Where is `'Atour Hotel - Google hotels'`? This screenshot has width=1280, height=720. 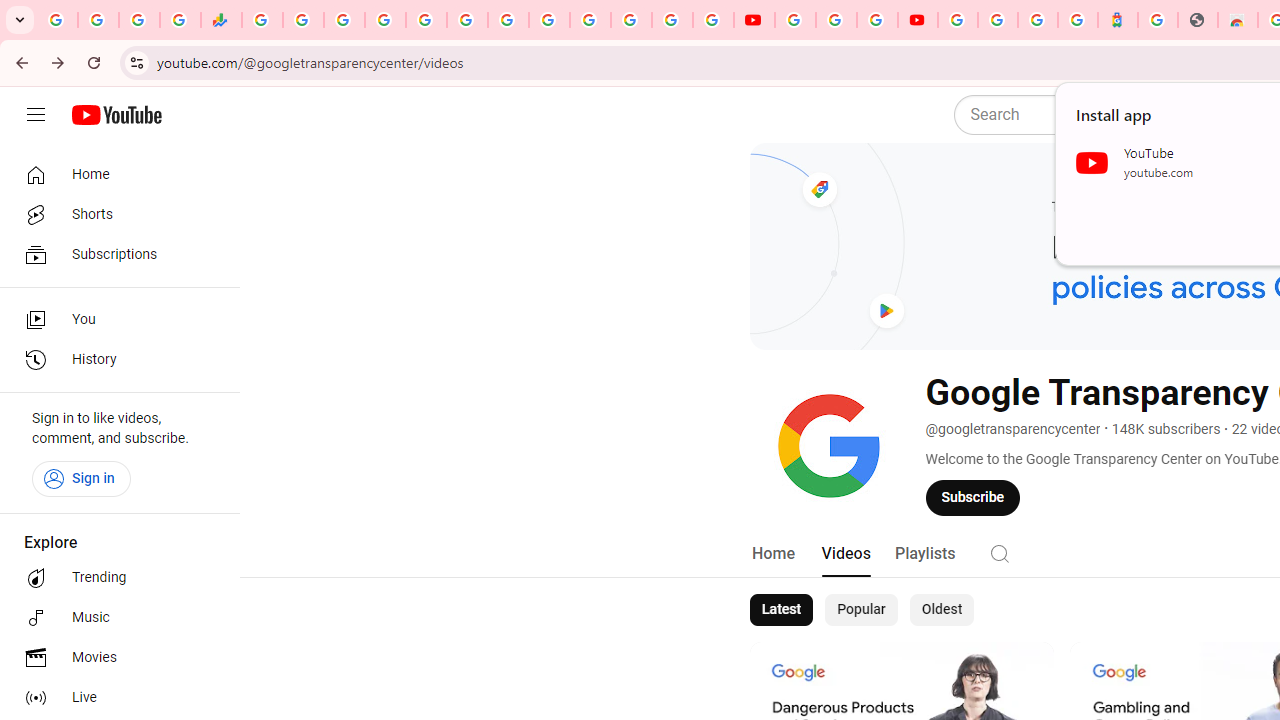
'Atour Hotel - Google hotels' is located at coordinates (1117, 20).